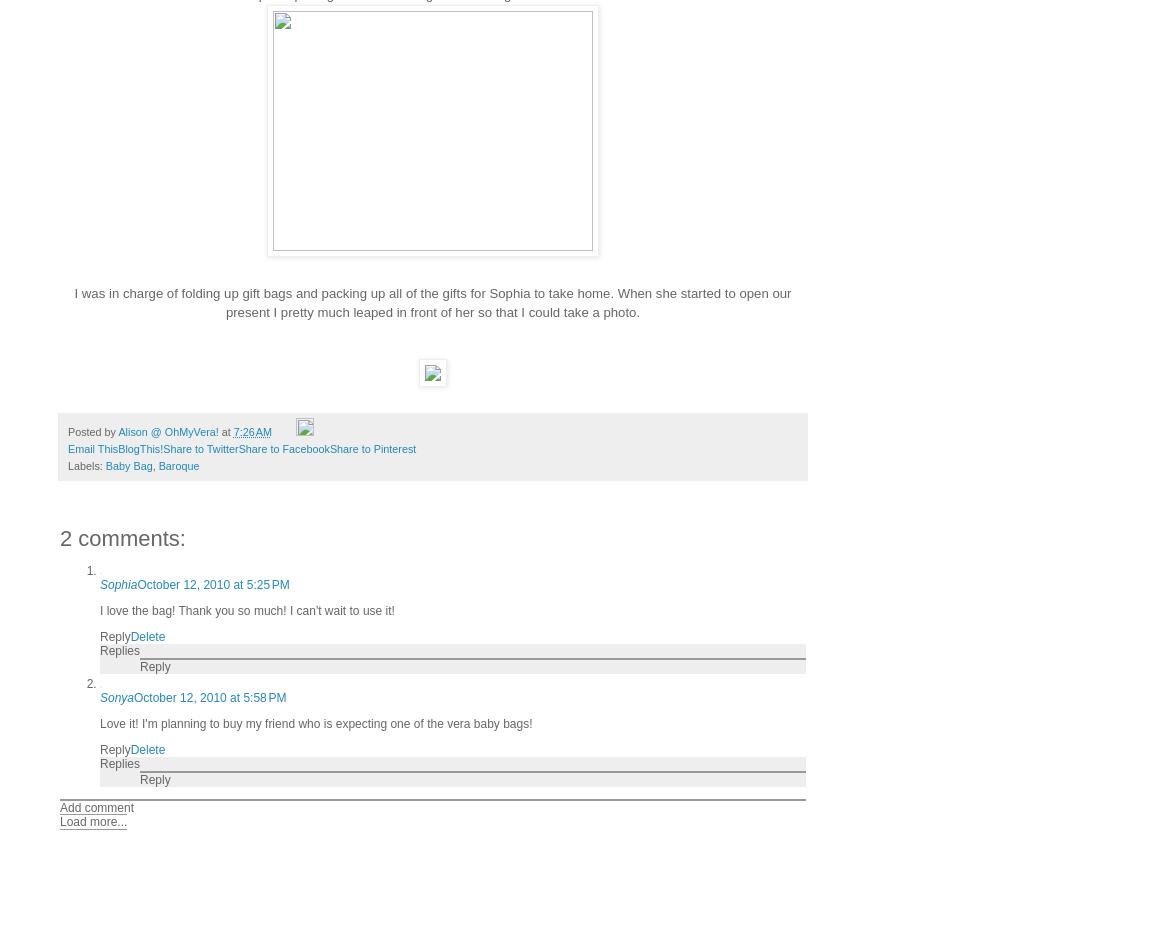  Describe the element at coordinates (237, 447) in the screenshot. I see `'Share to Facebook'` at that location.